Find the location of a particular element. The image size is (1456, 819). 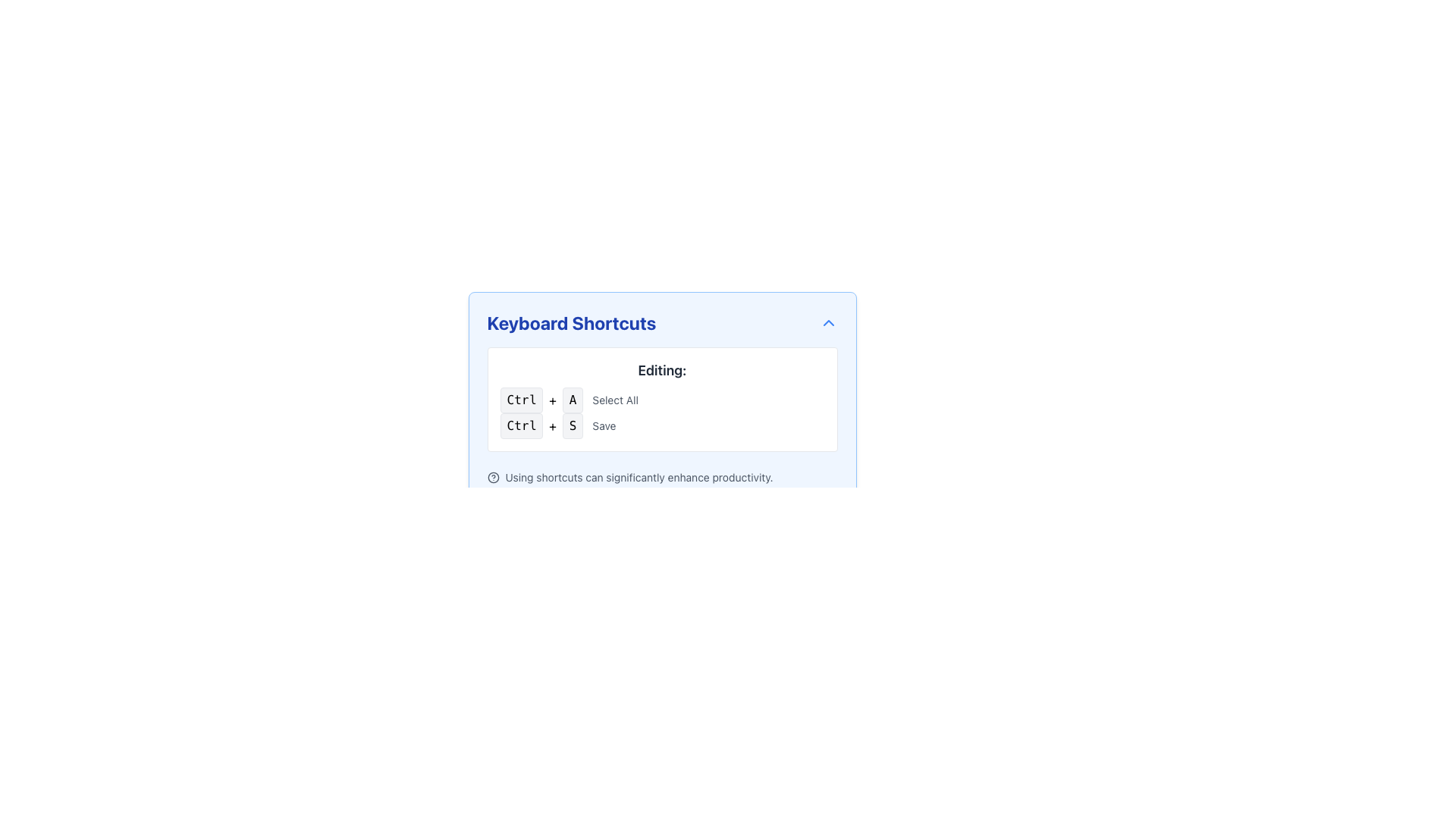

on the help or information icon, which is a circular icon with an outlined border and a question mark in the center, located is located at coordinates (493, 476).